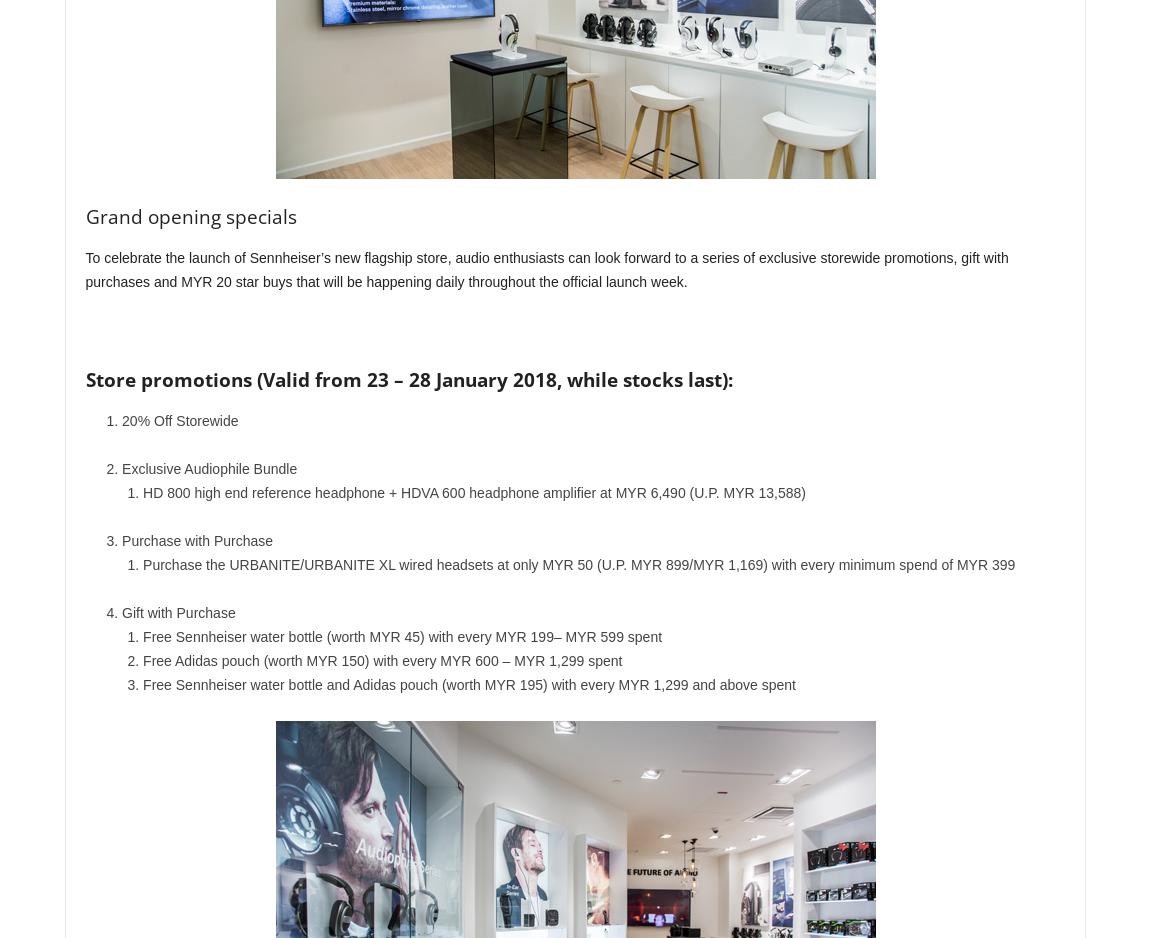 The width and height of the screenshot is (1150, 938). What do you see at coordinates (474, 493) in the screenshot?
I see `'HD 800 high end reference headphone + HDVA 600 headphone amplifier at MYR 6,490 (U.P. MYR 13,588)'` at bounding box center [474, 493].